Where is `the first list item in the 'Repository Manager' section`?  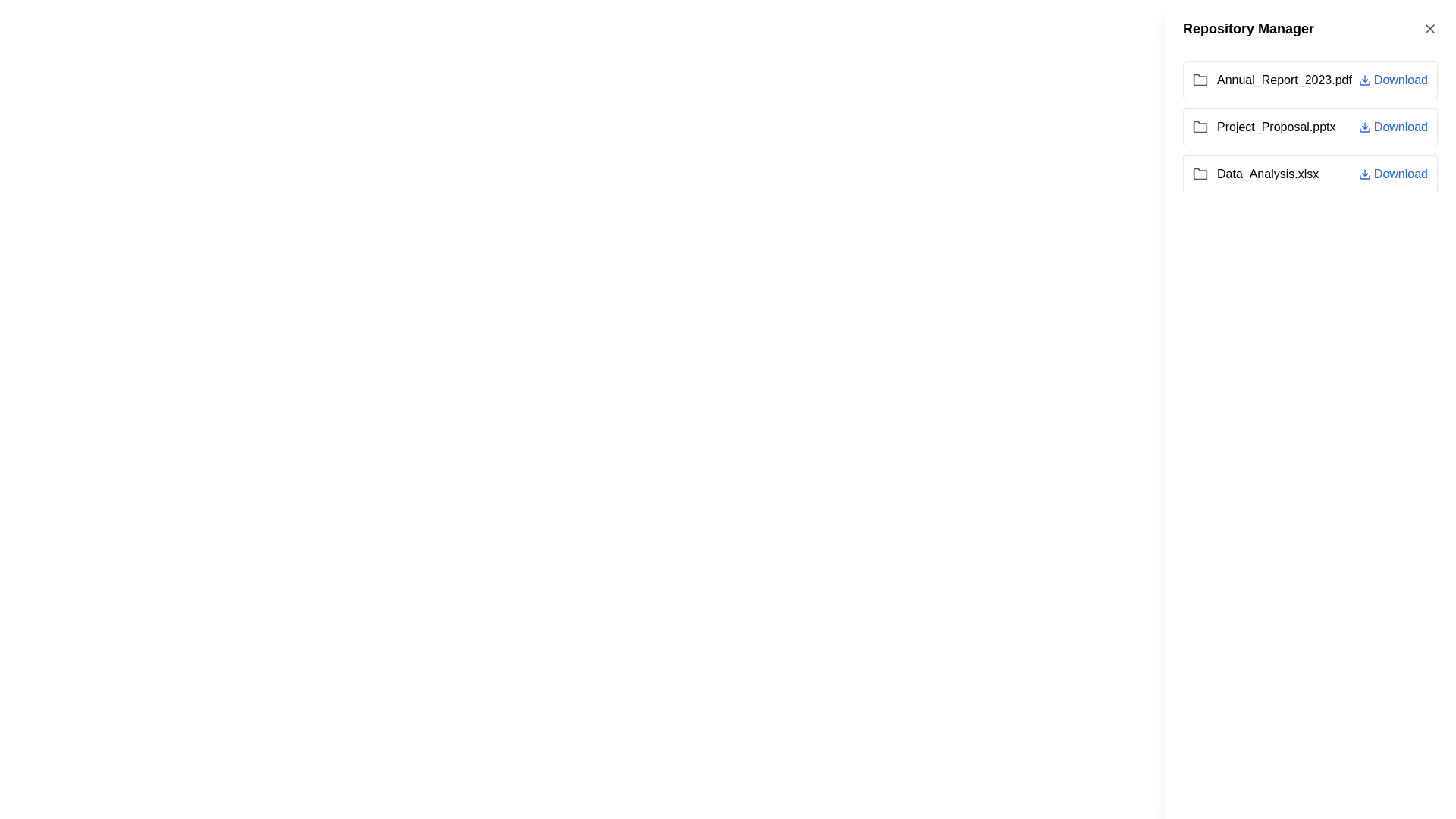
the first list item in the 'Repository Manager' section is located at coordinates (1310, 80).